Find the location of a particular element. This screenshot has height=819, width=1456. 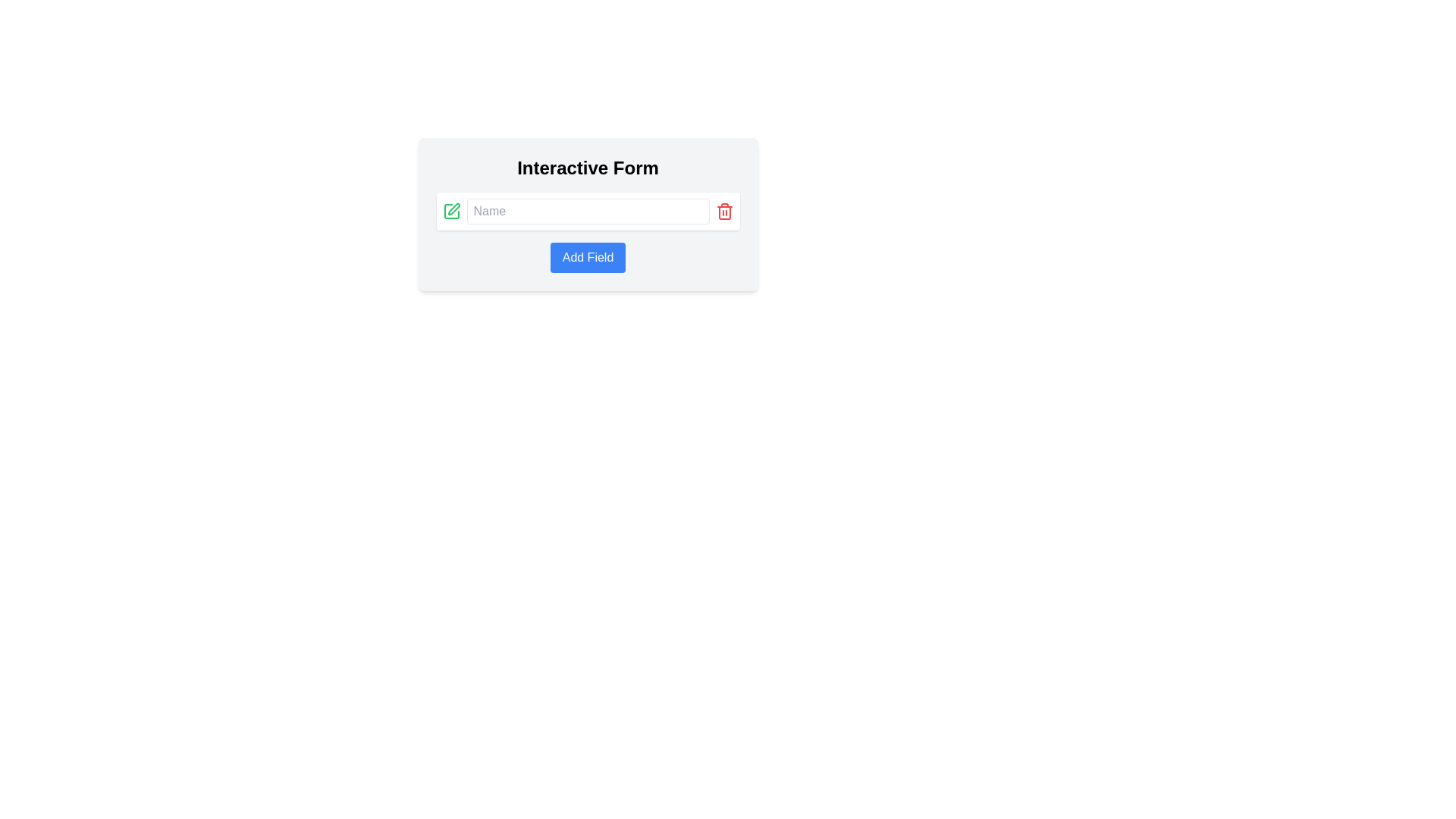

the input field with placeholder text 'Name' located within the interactive form to enable text entry is located at coordinates (587, 211).